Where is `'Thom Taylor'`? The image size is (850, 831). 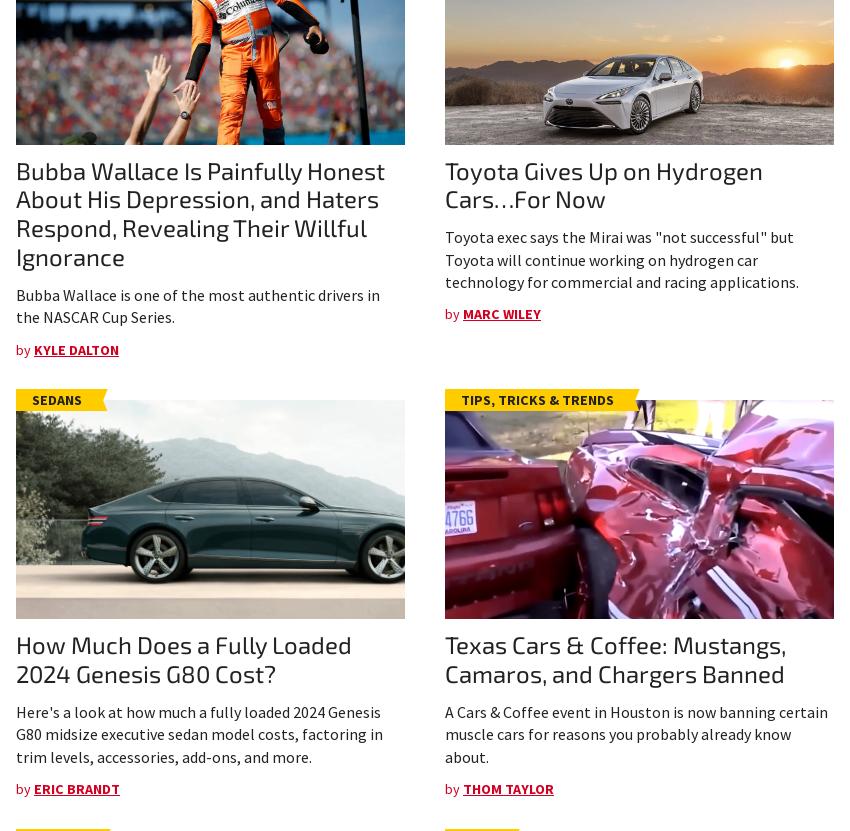
'Thom Taylor' is located at coordinates (461, 787).